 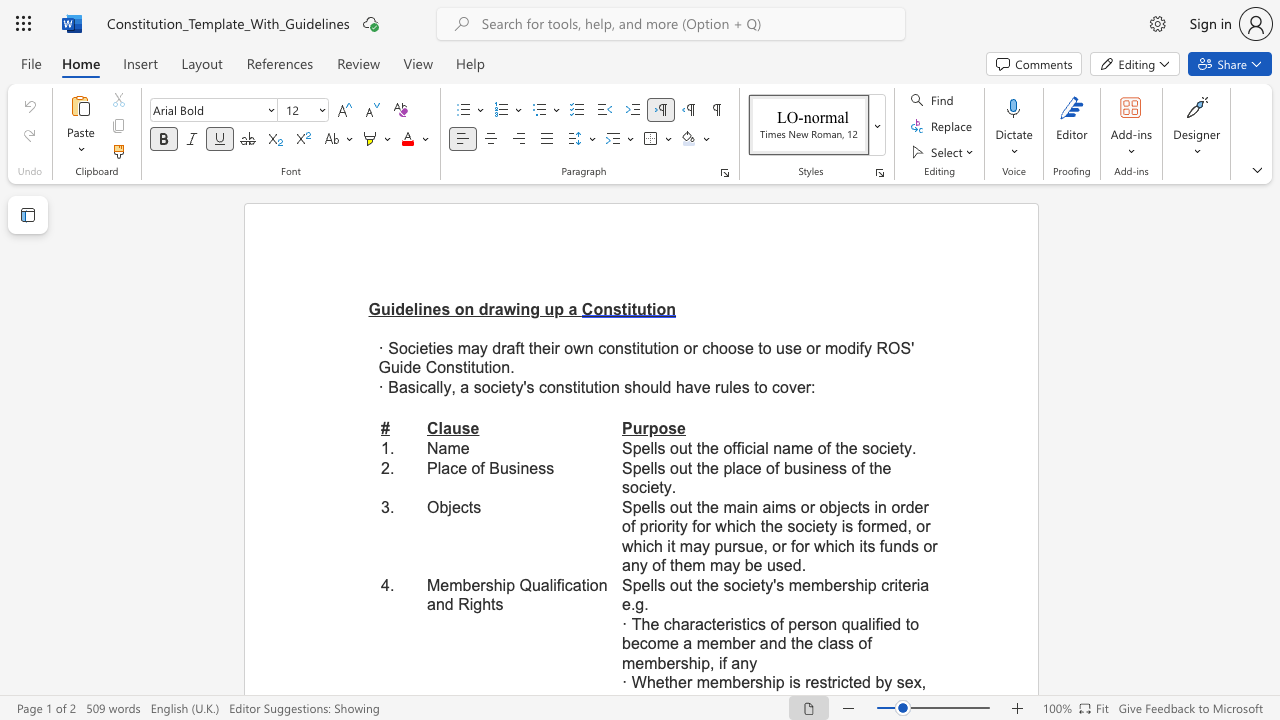 What do you see at coordinates (488, 367) in the screenshot?
I see `the subset text "ion." within the text "ROS"` at bounding box center [488, 367].